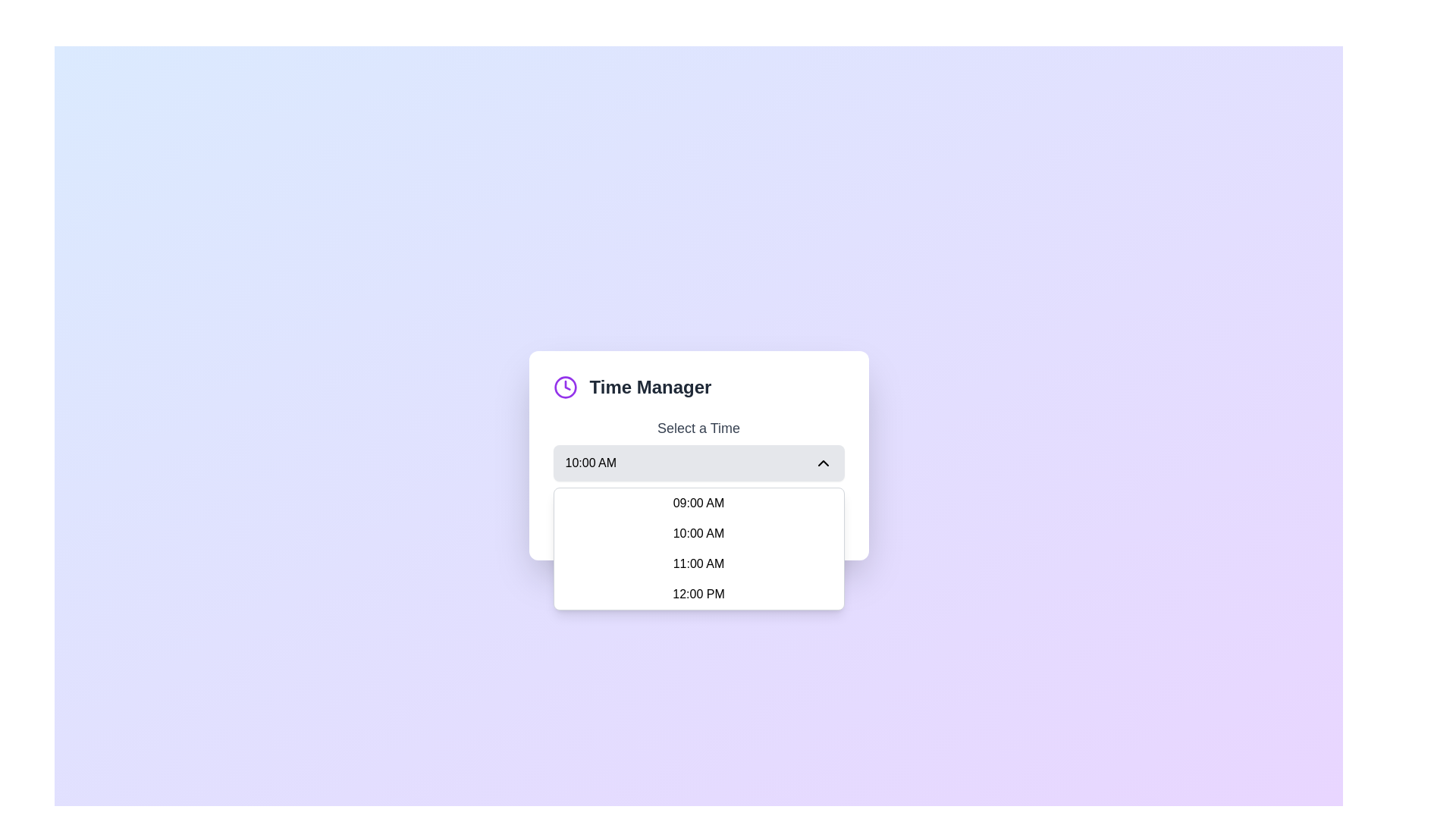 The height and width of the screenshot is (819, 1456). What do you see at coordinates (698, 449) in the screenshot?
I see `a time option from the dropdown menu labeled 'Select a Time', which is located above the displayed time and below the label in the 'Time Manager' card` at bounding box center [698, 449].